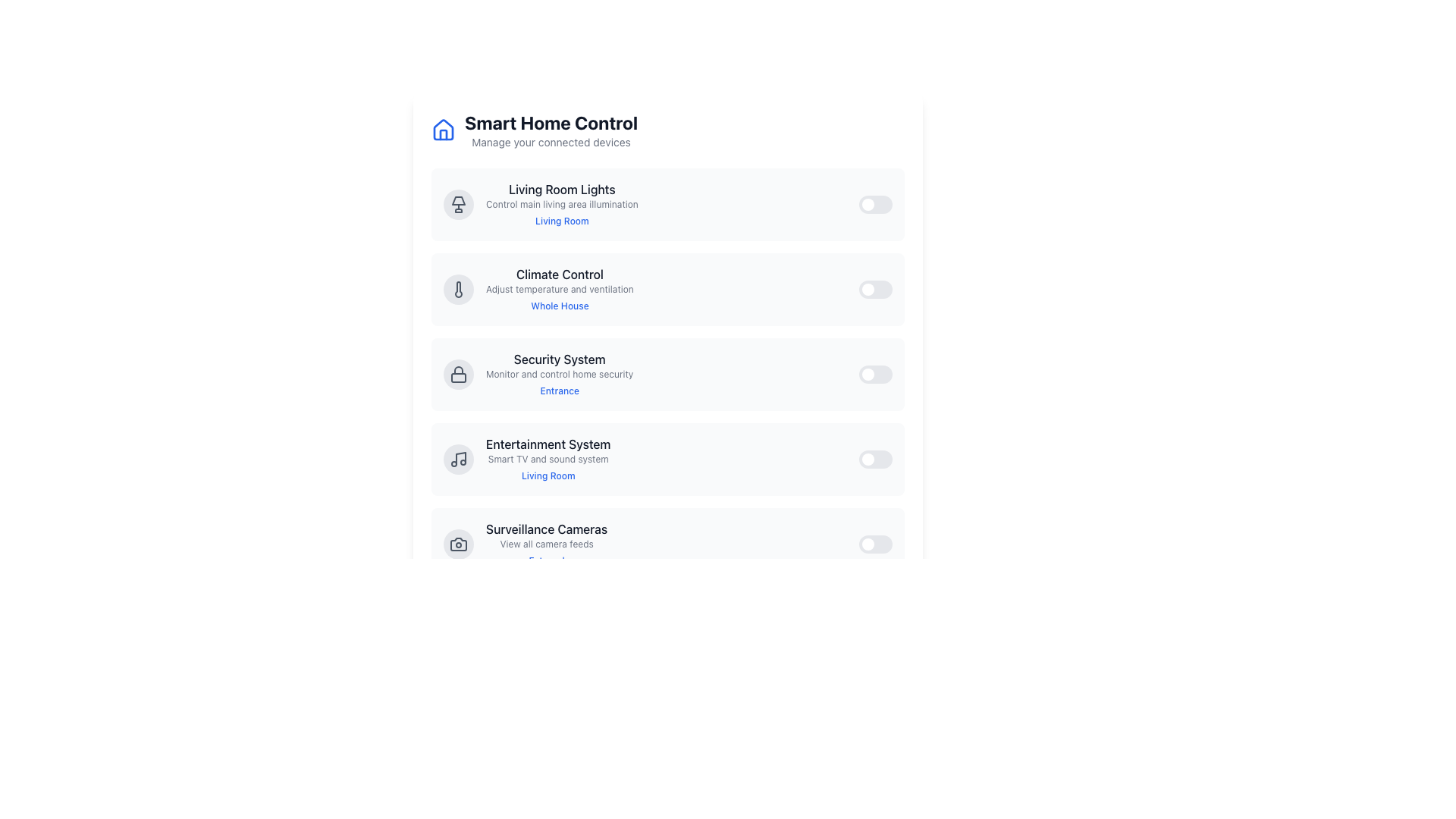 This screenshot has width=1456, height=819. I want to click on the 'Smart Home Control' header element, which indicates the section for managing connected devices, so click(551, 122).